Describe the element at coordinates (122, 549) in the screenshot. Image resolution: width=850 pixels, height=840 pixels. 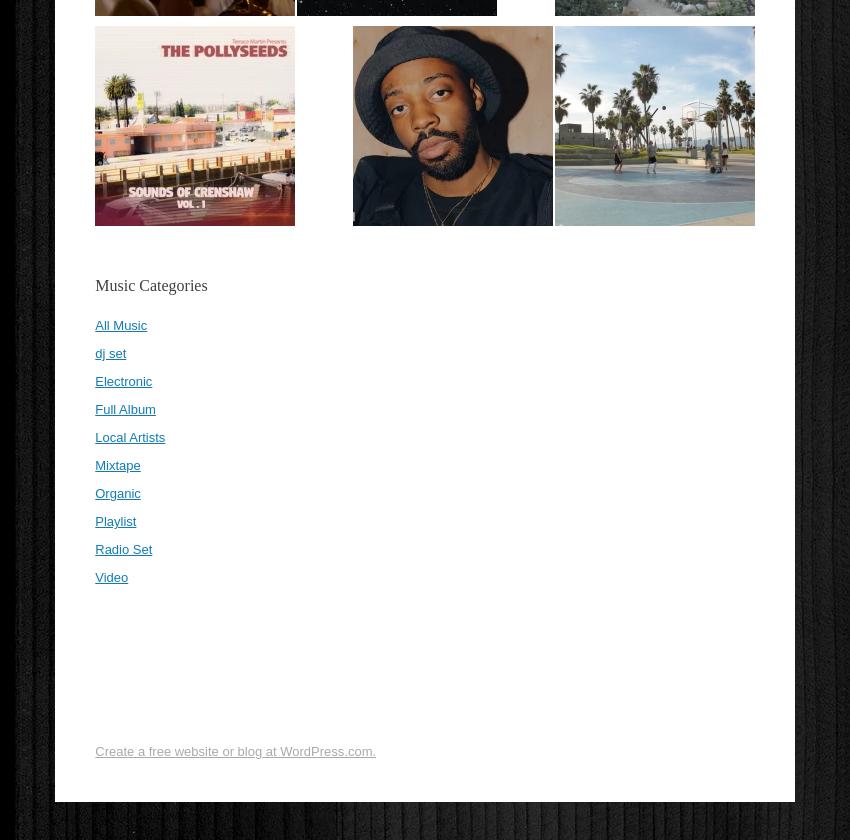
I see `'Radio Set'` at that location.